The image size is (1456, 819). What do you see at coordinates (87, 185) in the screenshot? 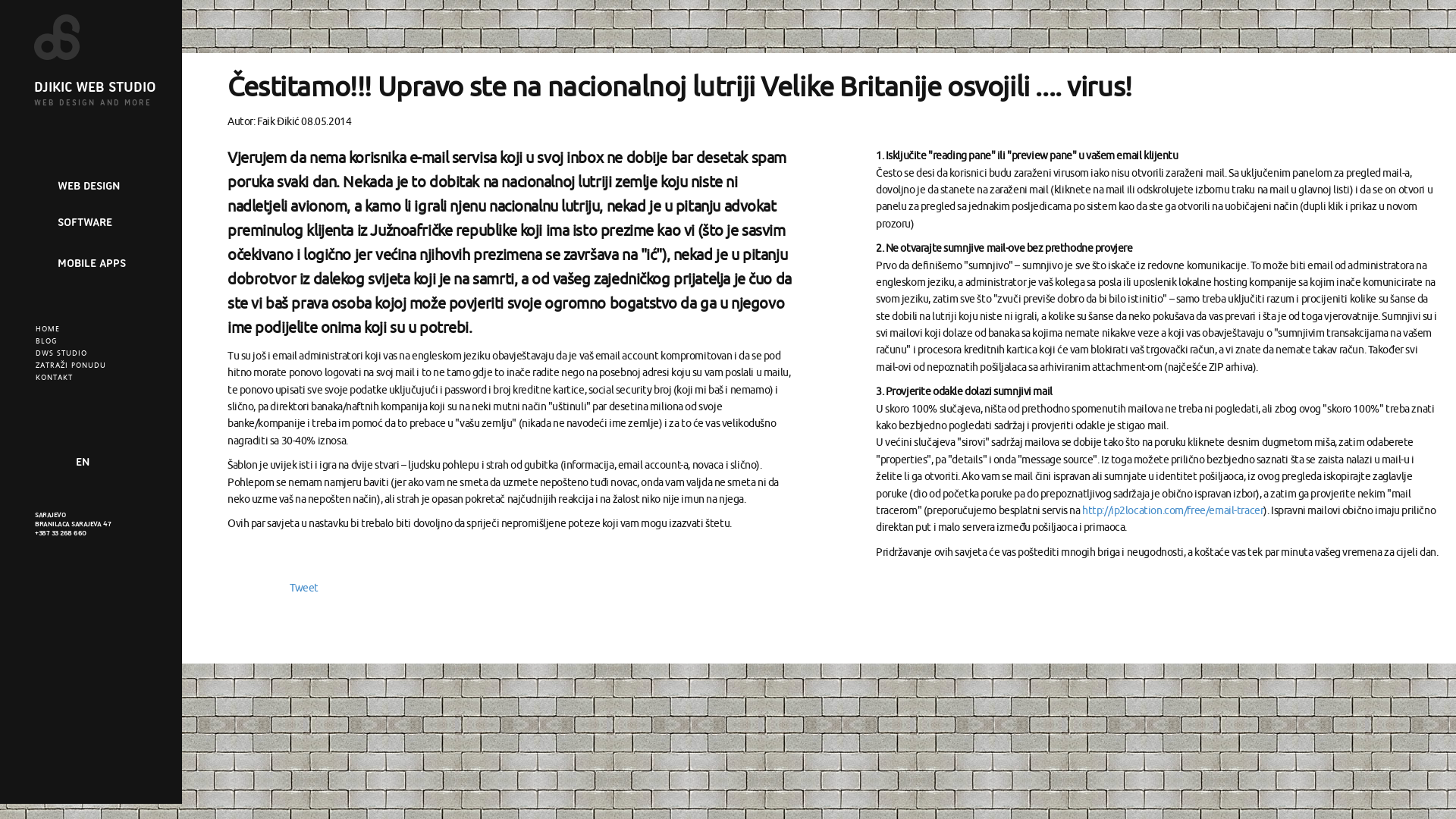
I see `'WEB DESIGN'` at bounding box center [87, 185].